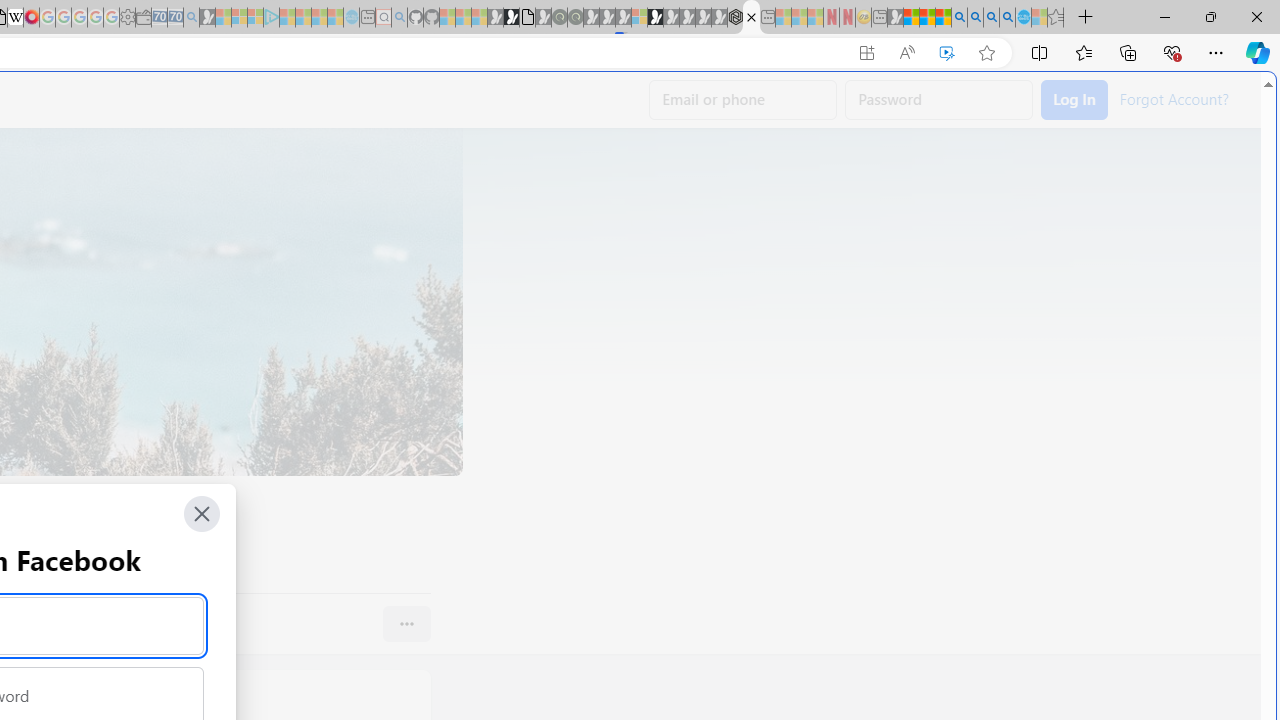 The height and width of the screenshot is (720, 1280). What do you see at coordinates (958, 17) in the screenshot?
I see `'Bing AI - Search'` at bounding box center [958, 17].